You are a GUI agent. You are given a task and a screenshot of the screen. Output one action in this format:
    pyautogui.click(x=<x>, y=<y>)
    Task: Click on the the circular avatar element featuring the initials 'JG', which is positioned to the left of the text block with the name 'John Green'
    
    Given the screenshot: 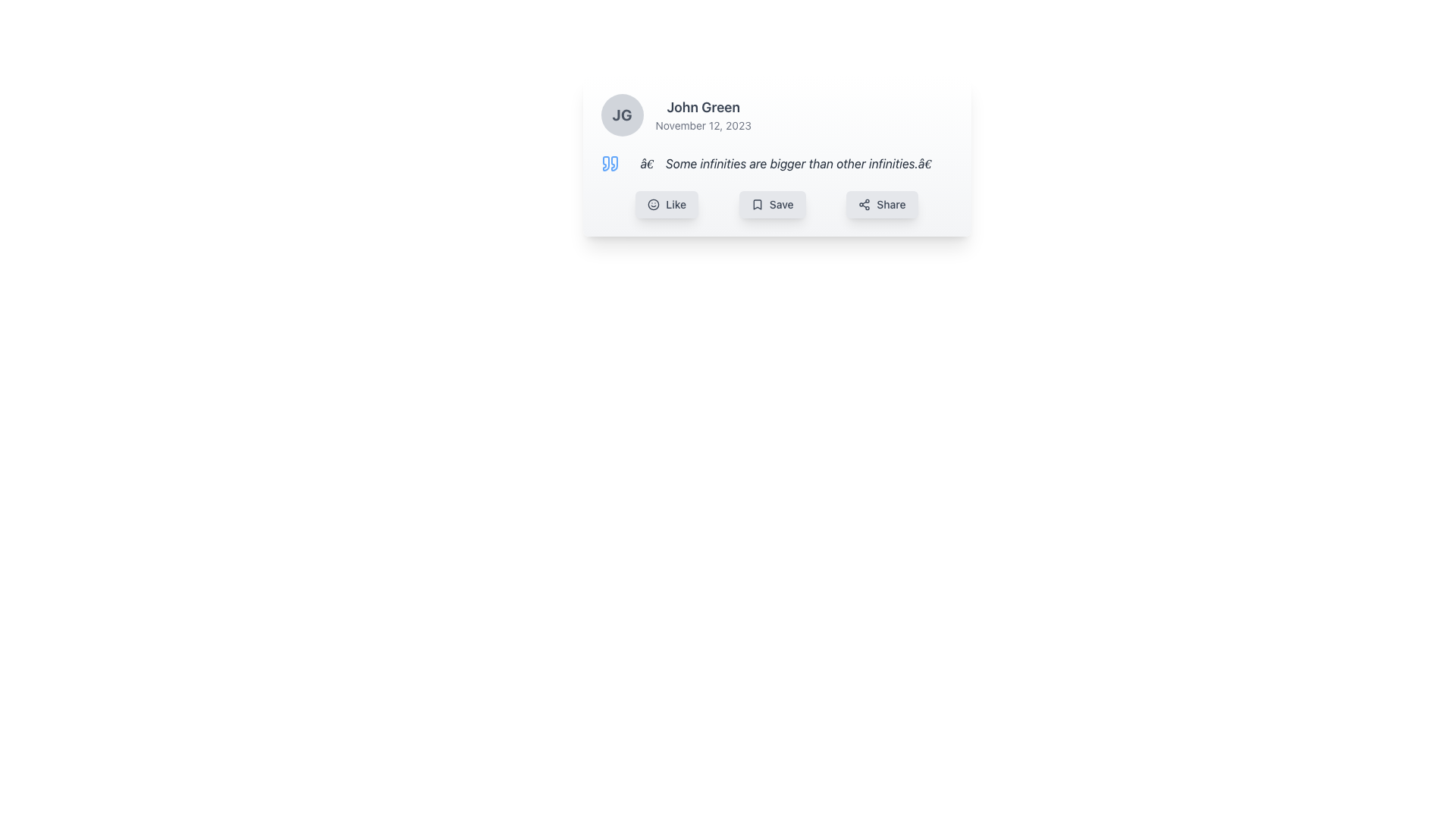 What is the action you would take?
    pyautogui.click(x=622, y=114)
    